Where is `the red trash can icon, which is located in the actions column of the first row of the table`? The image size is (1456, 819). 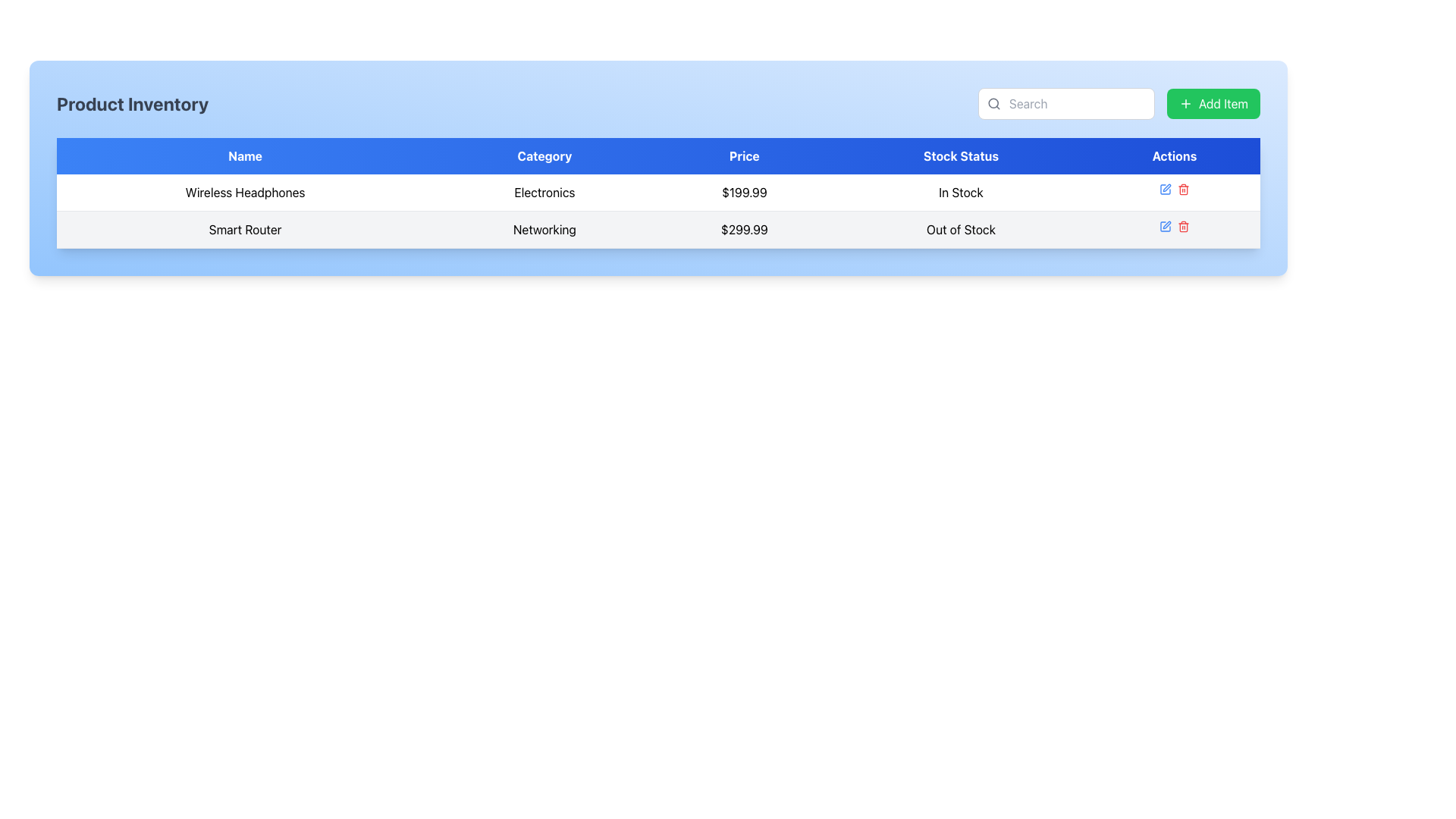
the red trash can icon, which is located in the actions column of the first row of the table is located at coordinates (1182, 189).